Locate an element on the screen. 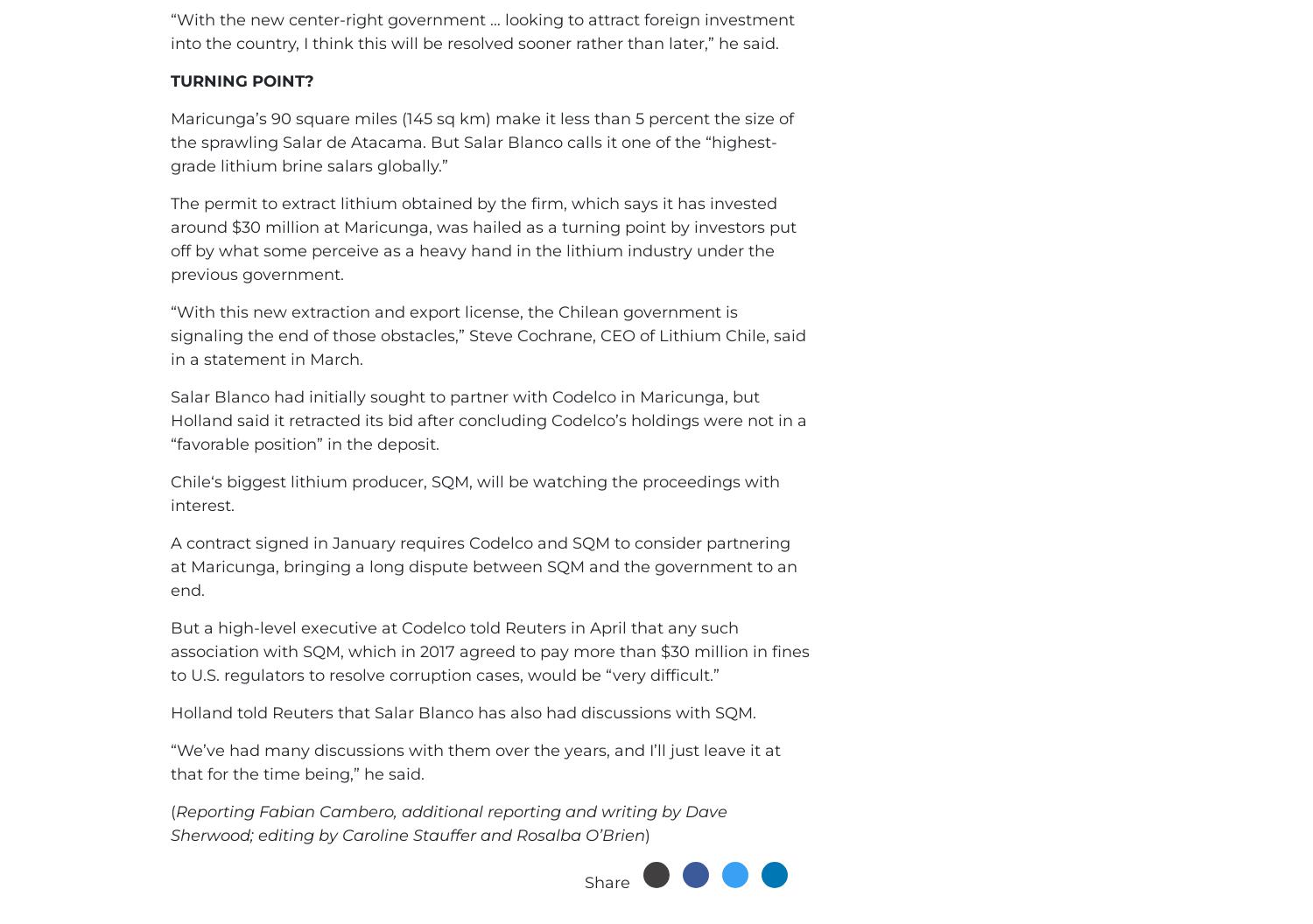 The height and width of the screenshot is (924, 1313). 'But a high-level executive at Codelco told Reuters in April that any such association with SQM, which in 2017 agreed to pay more than $30 million in fines to U.S. regulators to resolve corruption cases, would be “very difficult.”' is located at coordinates (489, 651).